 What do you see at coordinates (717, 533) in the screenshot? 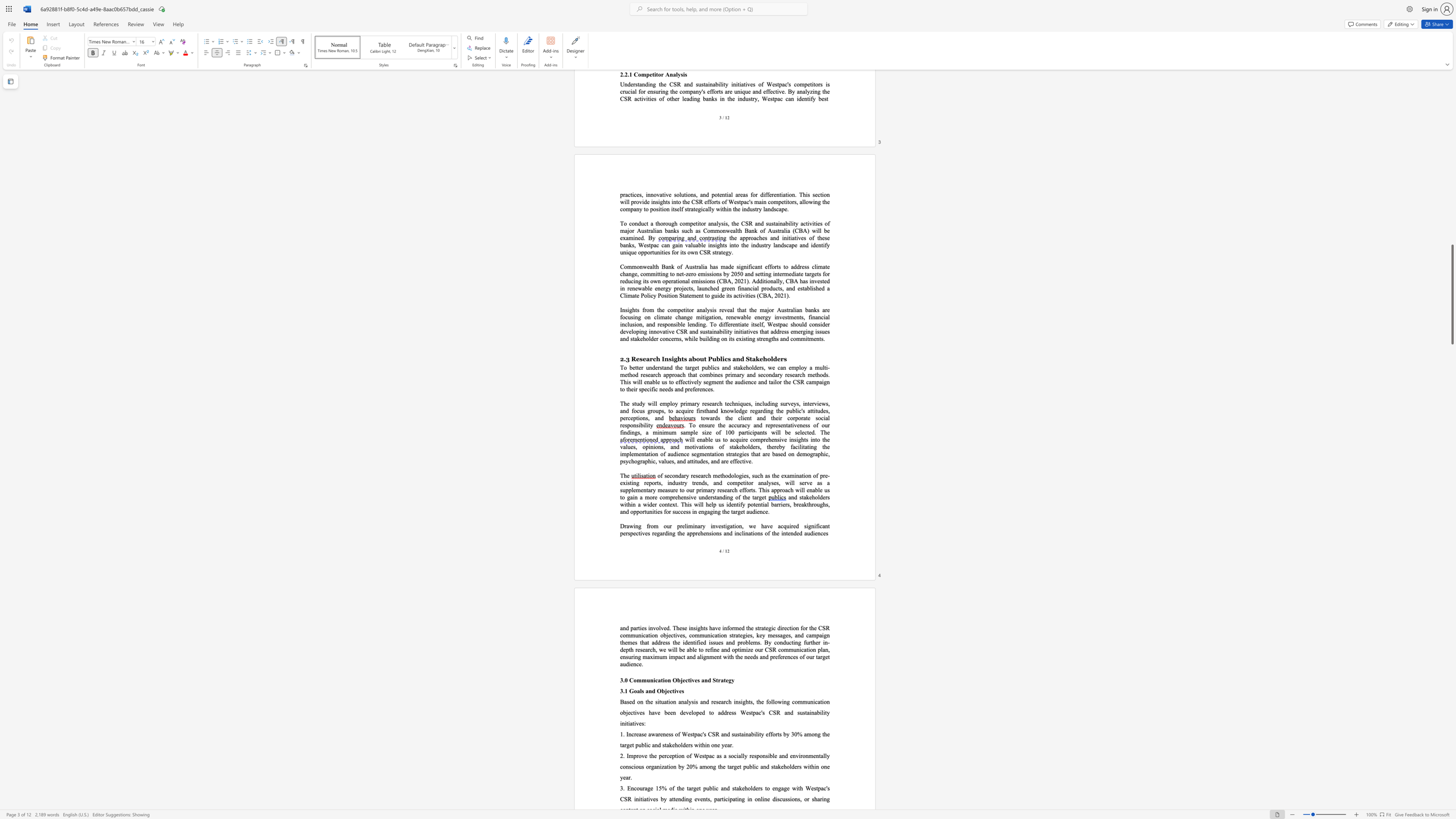
I see `the 2th character "n" in the text` at bounding box center [717, 533].